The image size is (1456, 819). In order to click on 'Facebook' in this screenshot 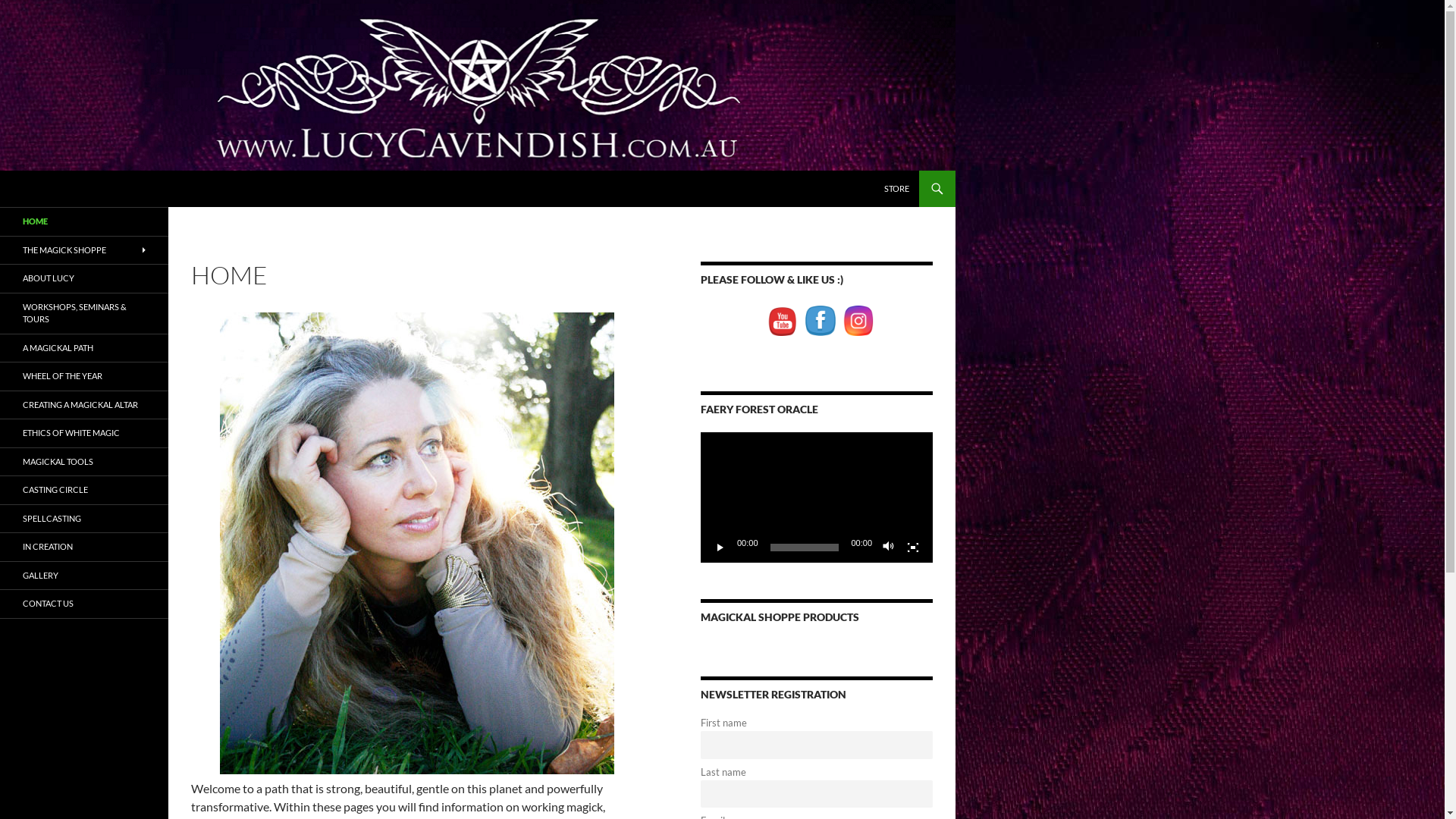, I will do `click(819, 320)`.